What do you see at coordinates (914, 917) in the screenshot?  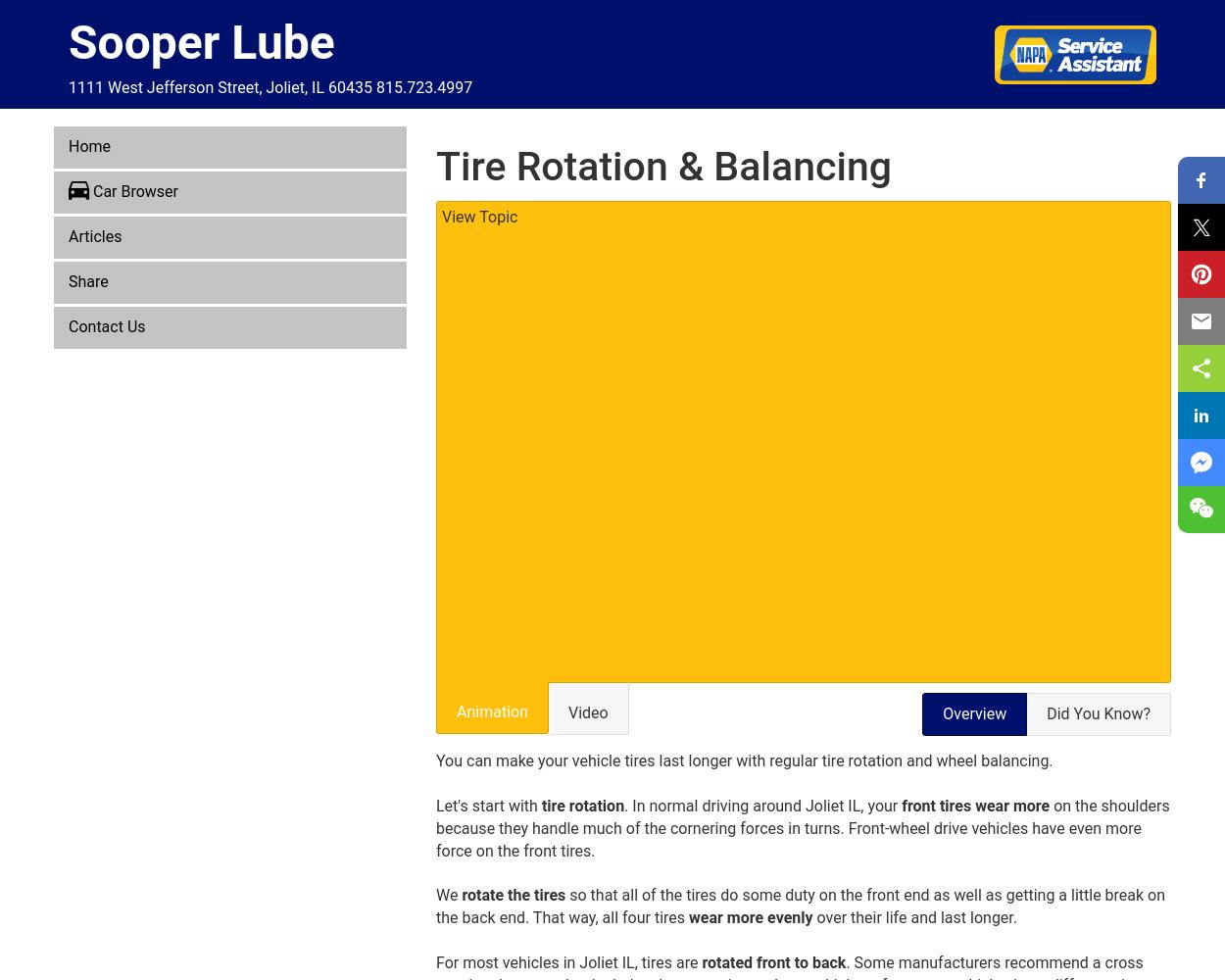 I see `'over their life and last longer.'` at bounding box center [914, 917].